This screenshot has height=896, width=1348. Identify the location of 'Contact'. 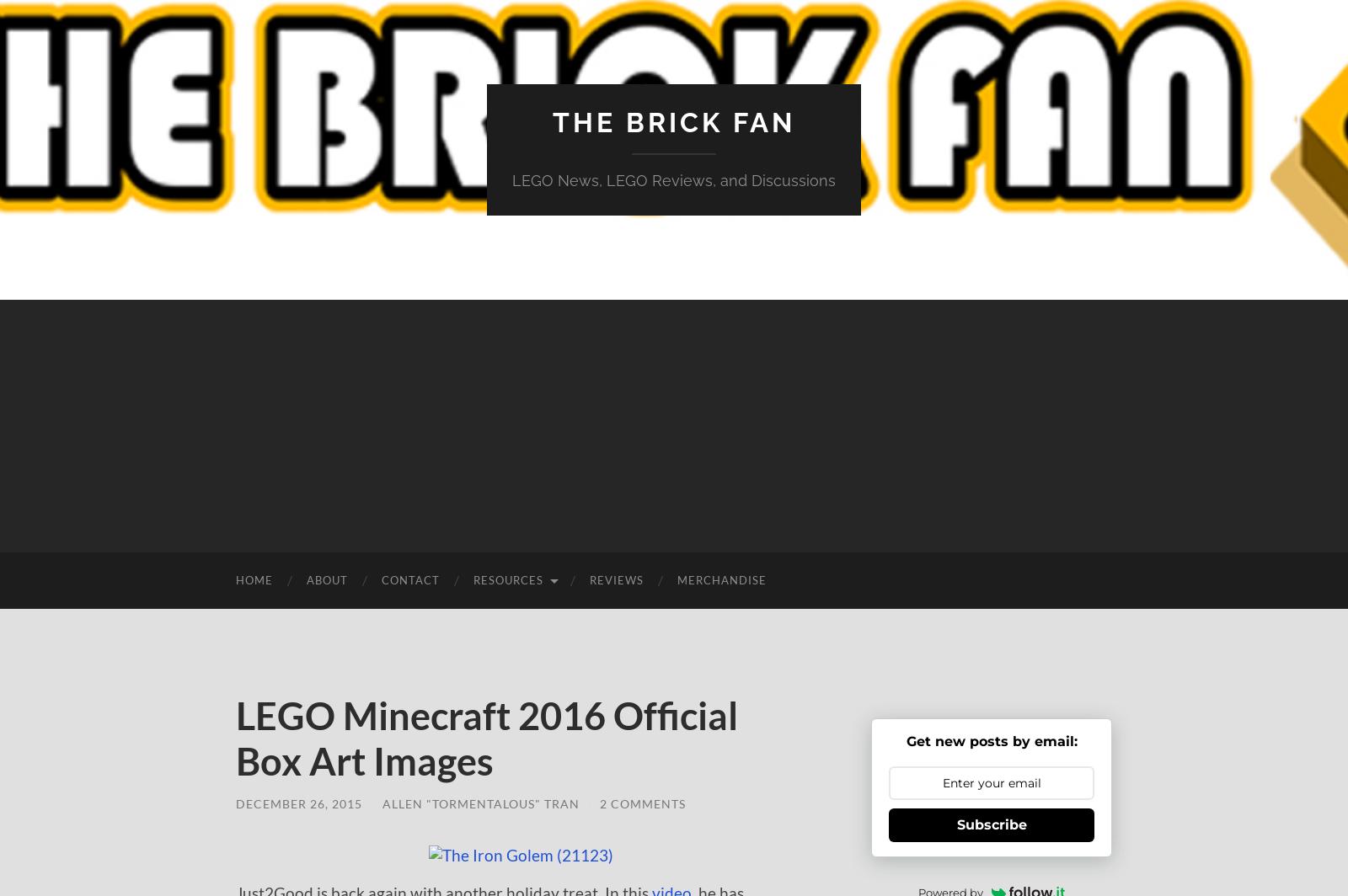
(409, 580).